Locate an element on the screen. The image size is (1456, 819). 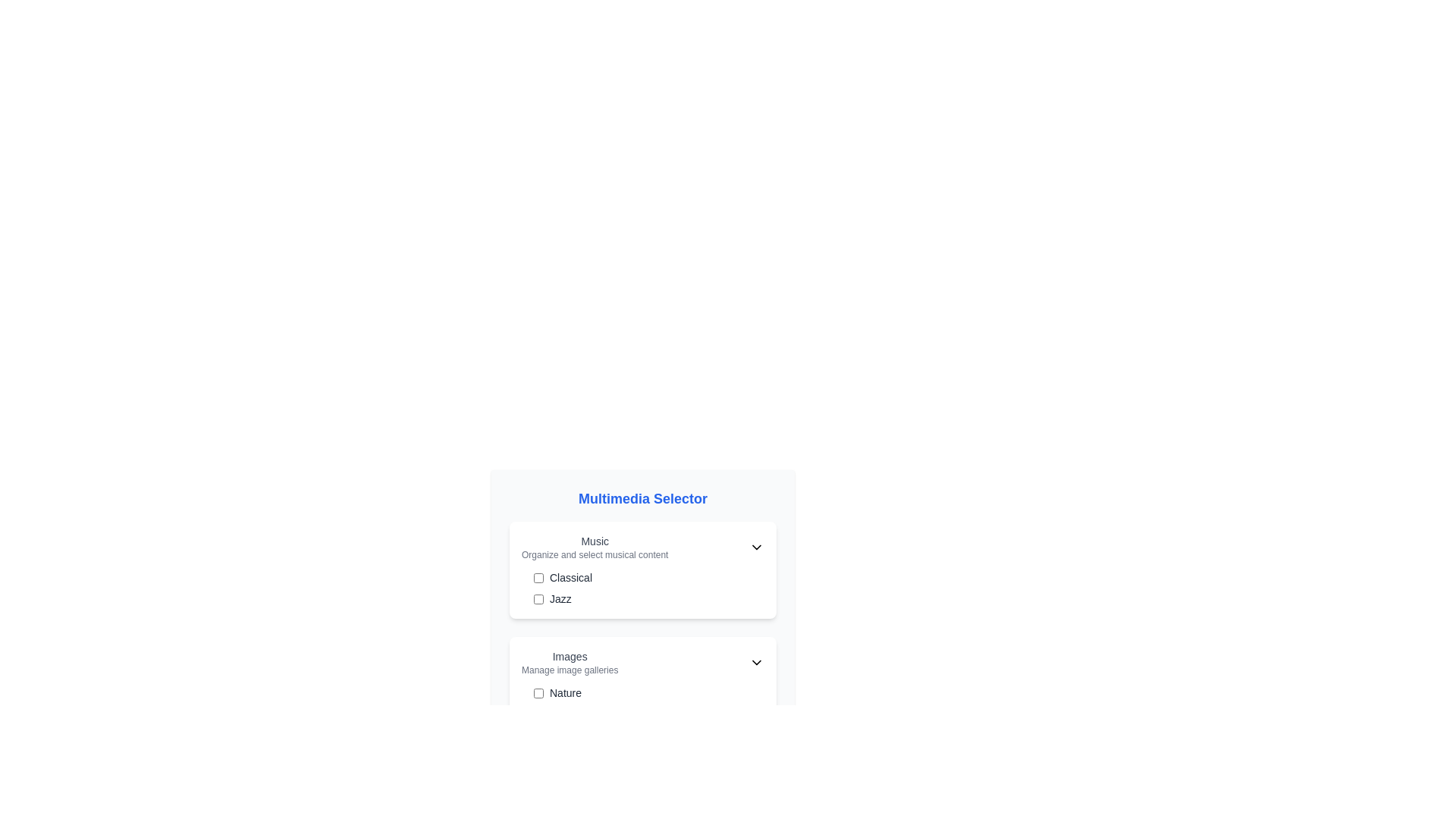
the chevron-down icon located at the right edge of the 'Music' section is located at coordinates (757, 547).